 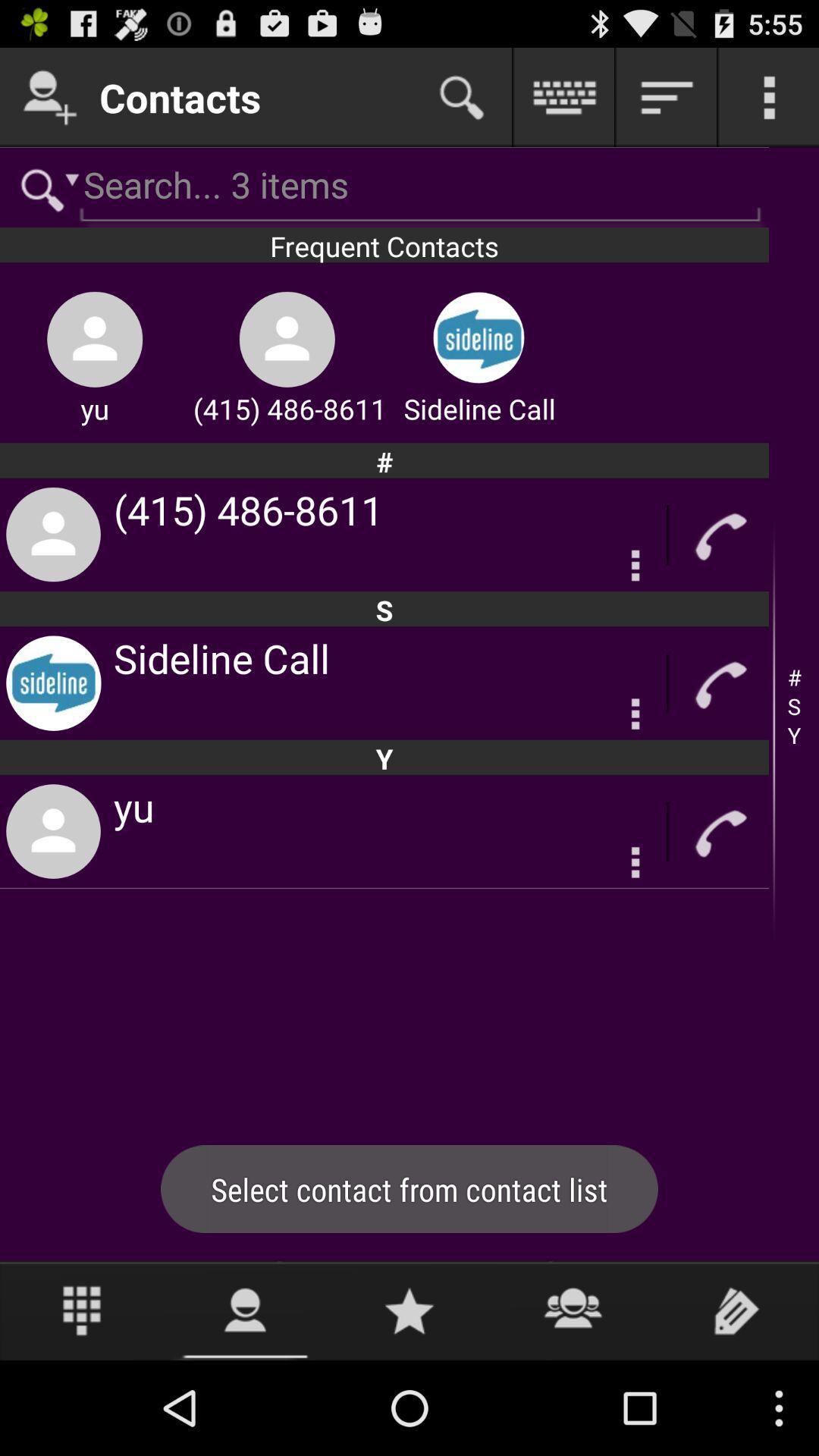 What do you see at coordinates (245, 1401) in the screenshot?
I see `the avatar icon` at bounding box center [245, 1401].